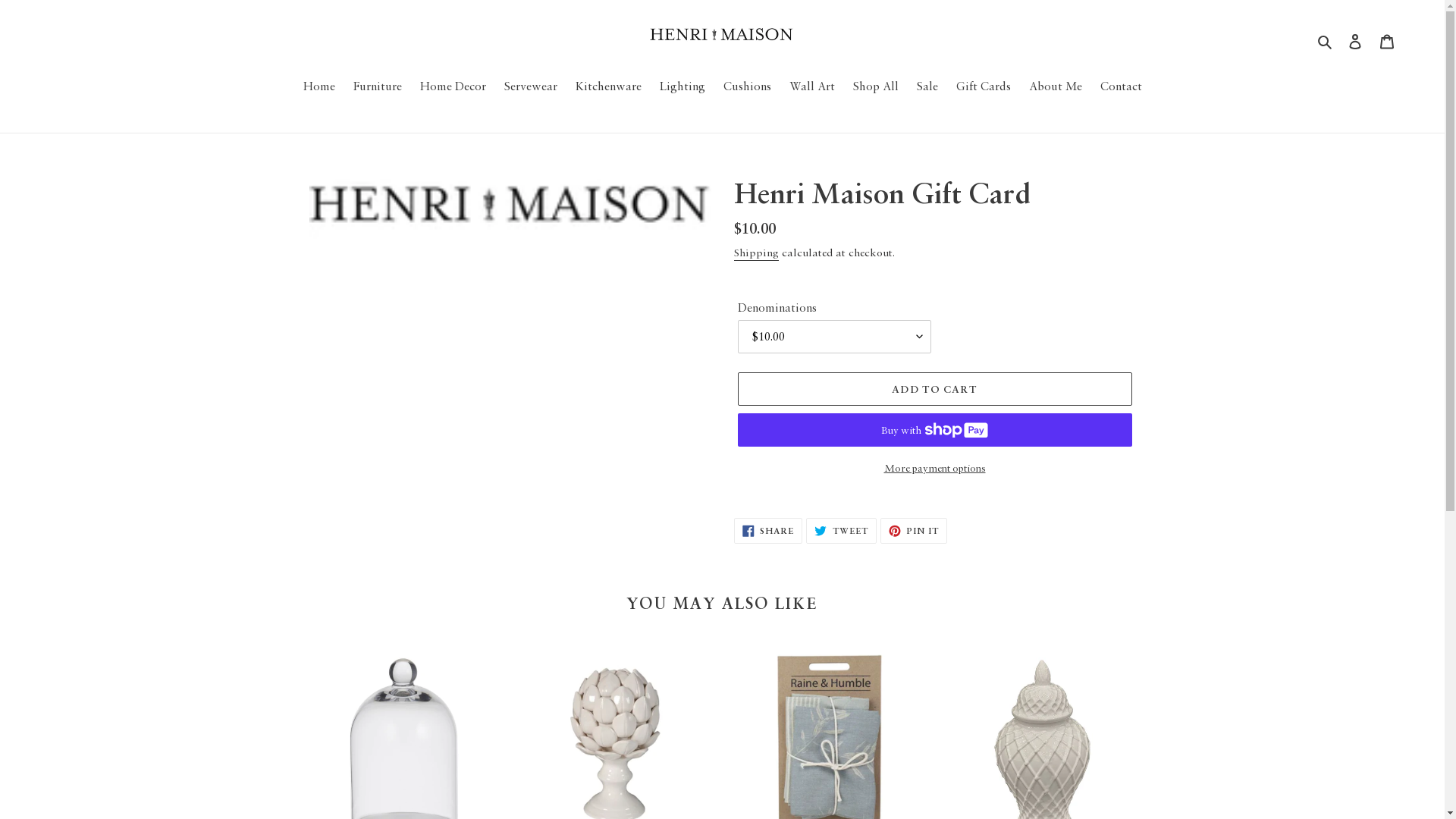  I want to click on 'Sale', so click(926, 86).